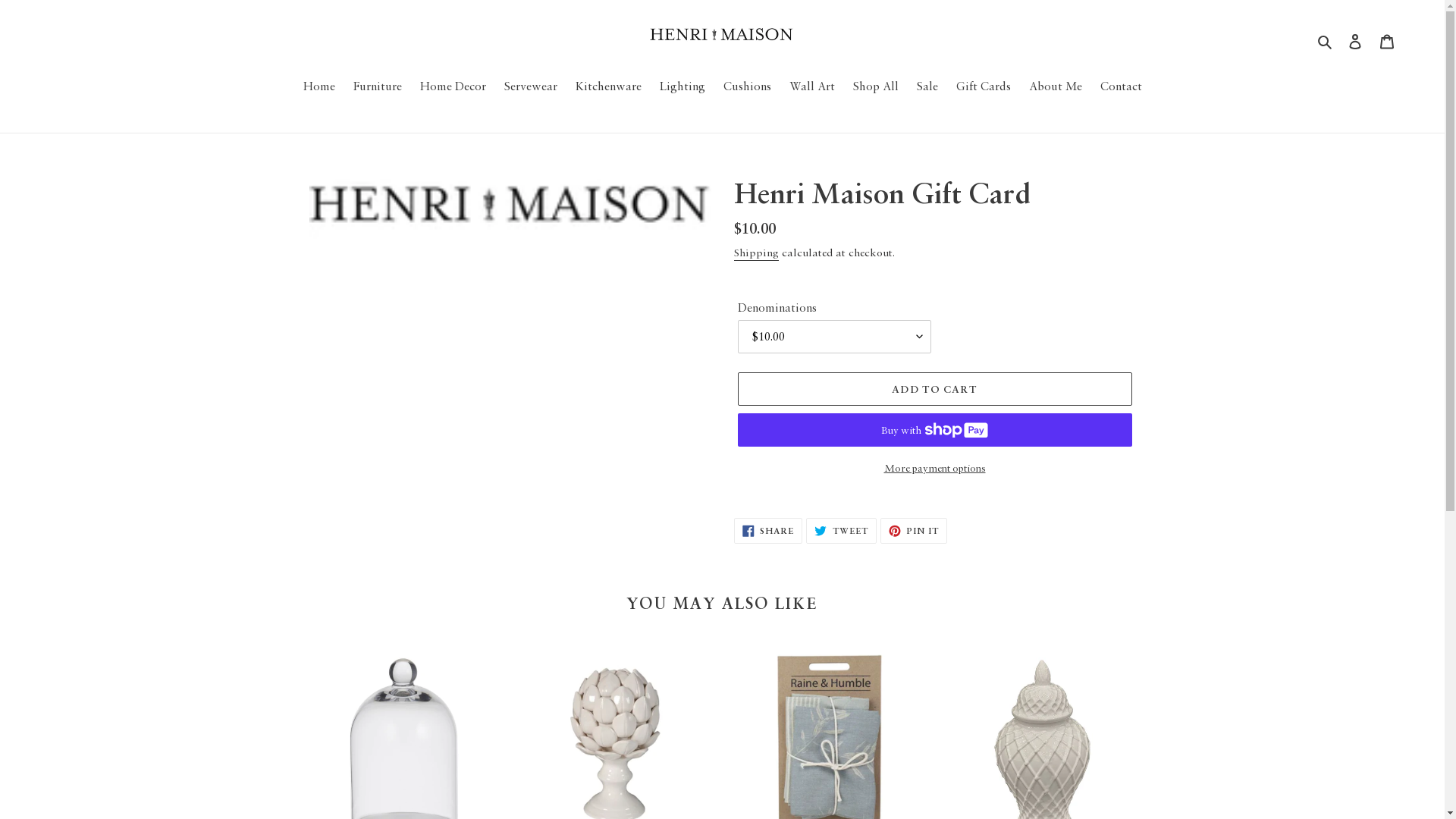  I want to click on 'Sale', so click(926, 86).